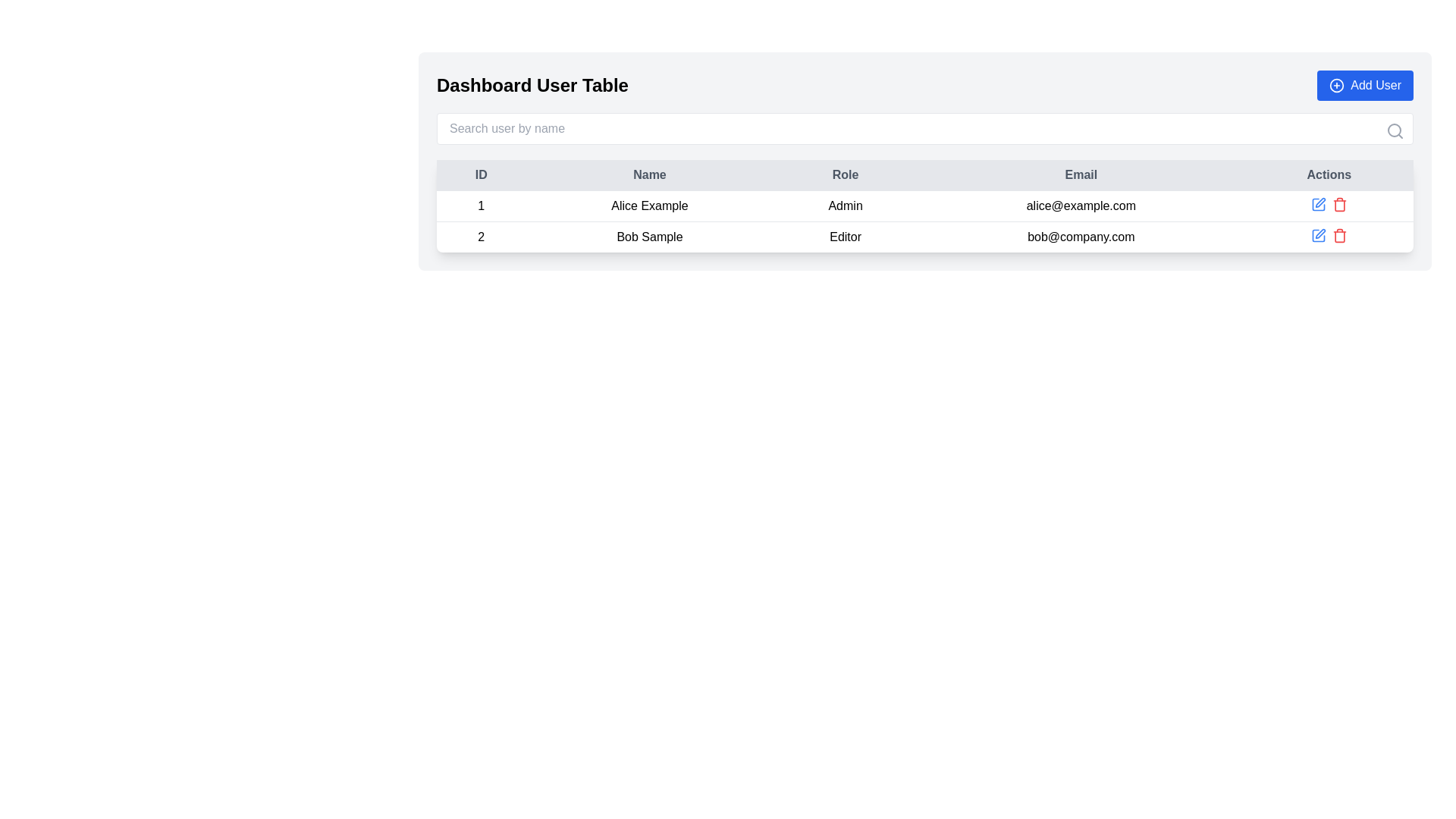 The height and width of the screenshot is (819, 1456). Describe the element at coordinates (1339, 206) in the screenshot. I see `the middle shape of the trash can icon in the 'Actions' column for the user entry of Bob Sample` at that location.